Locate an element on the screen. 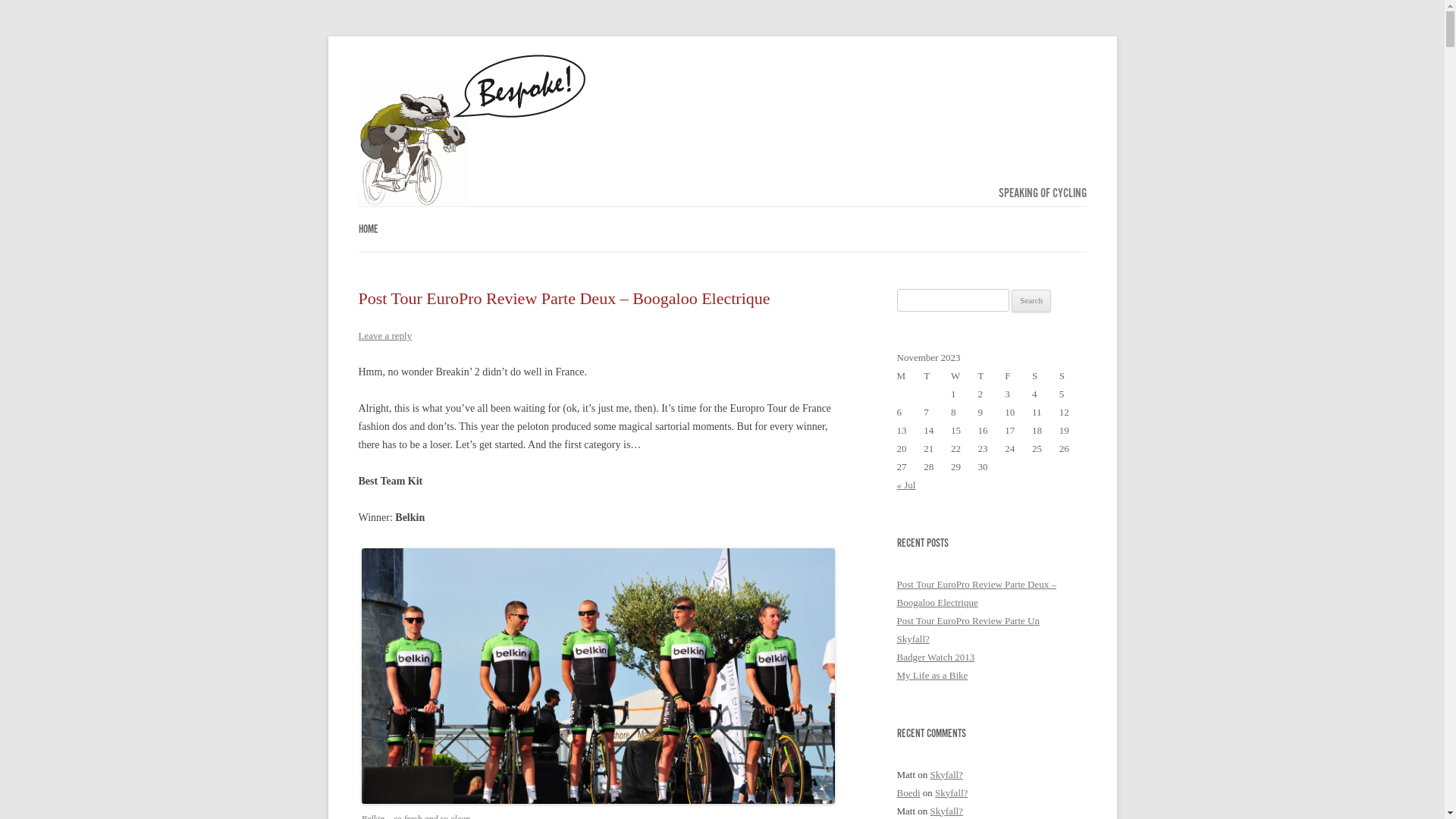 The image size is (1456, 819). 'Skip to content' is located at coordinates (754, 211).